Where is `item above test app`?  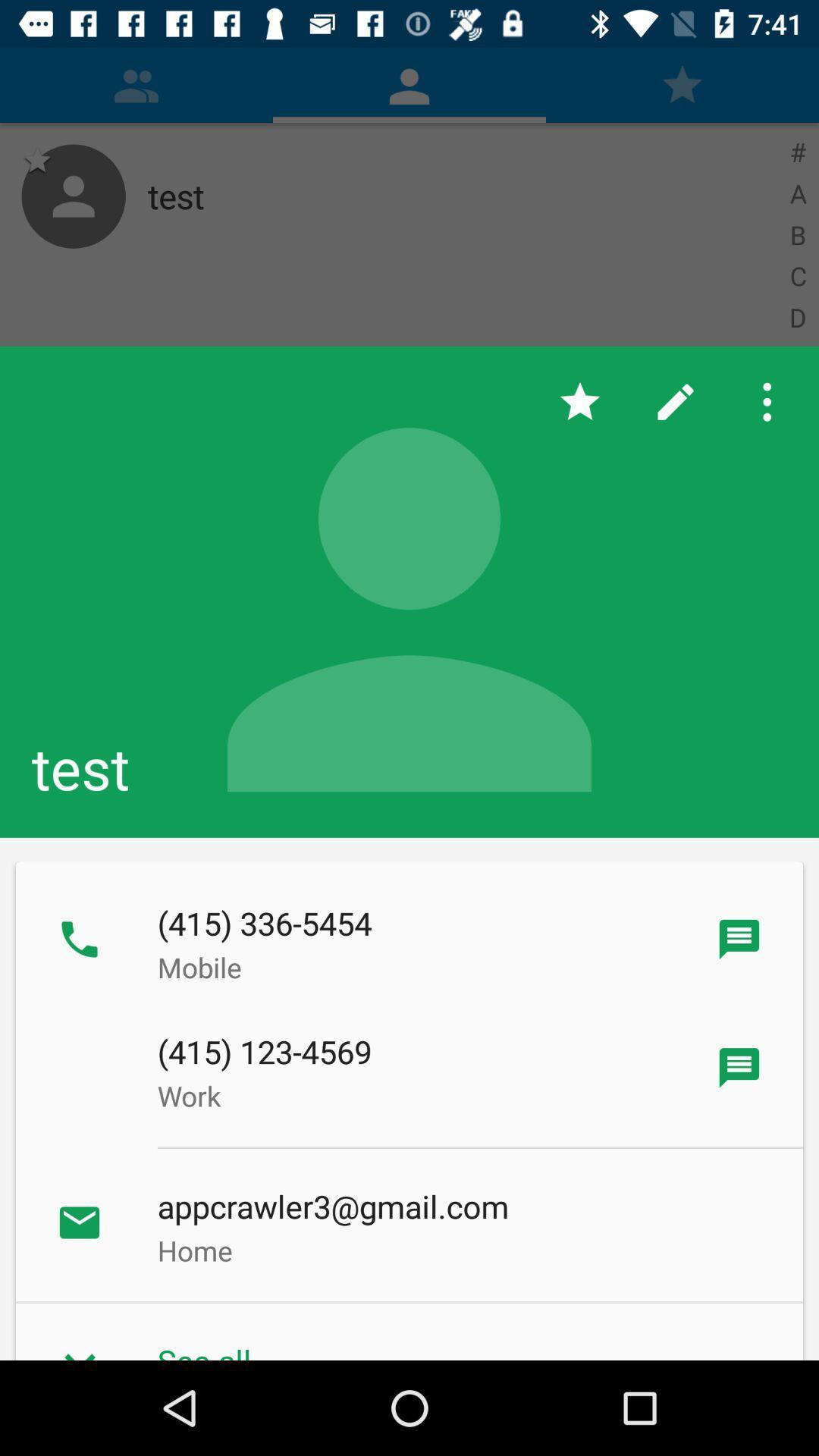 item above test app is located at coordinates (771, 402).